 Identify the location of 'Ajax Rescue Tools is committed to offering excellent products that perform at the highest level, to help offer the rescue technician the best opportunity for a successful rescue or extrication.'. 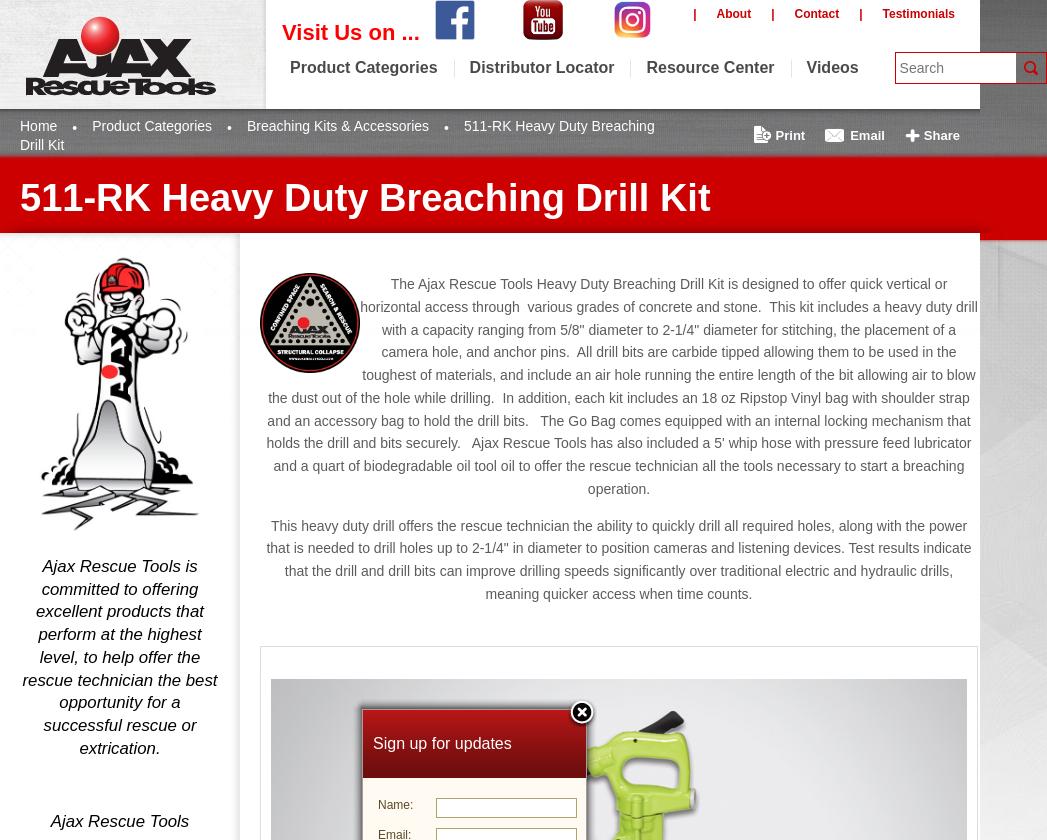
(118, 656).